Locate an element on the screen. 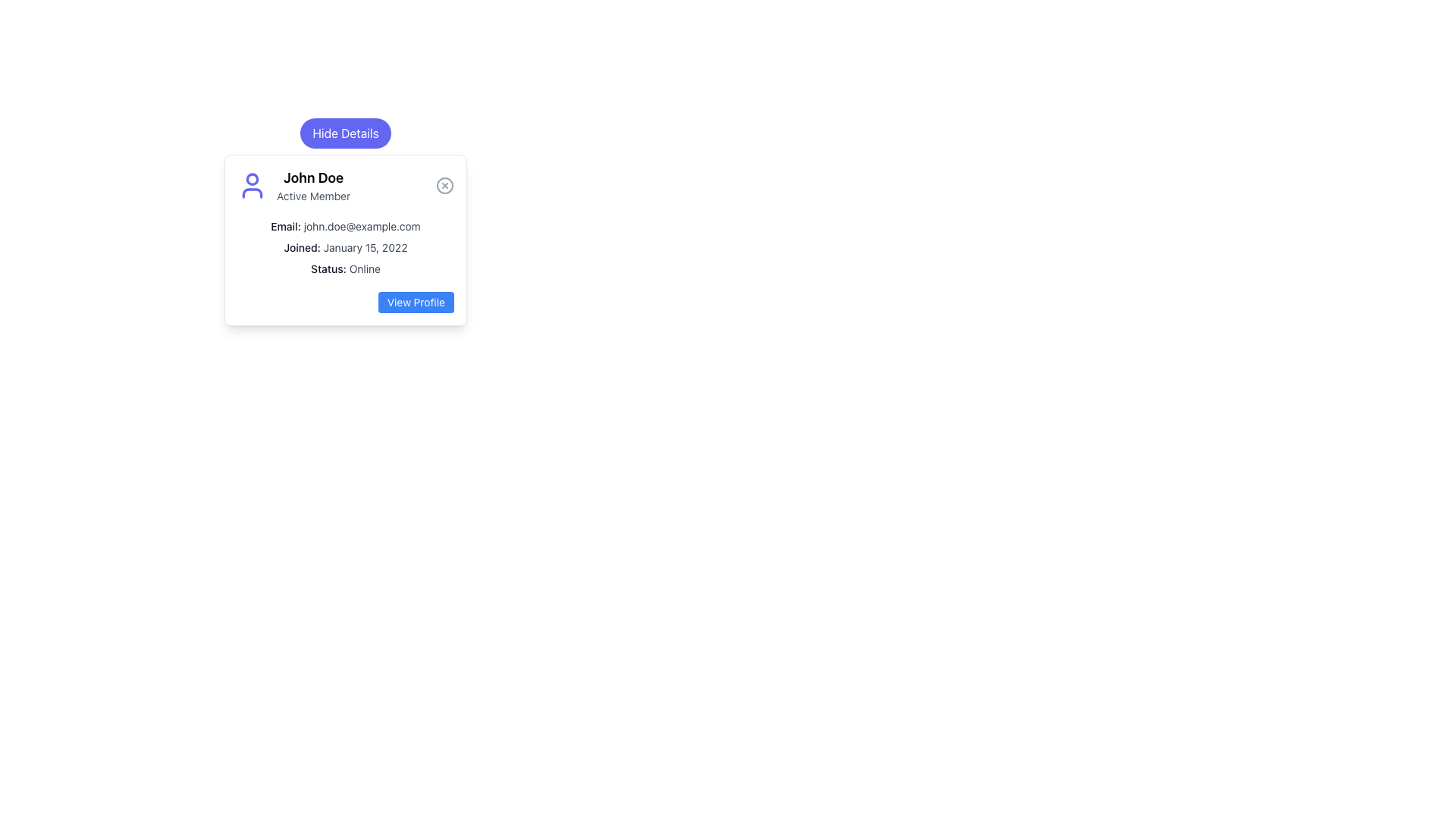 This screenshot has height=819, width=1456. text label element displaying 'John Doe', which is emphasized in bold and larger font, located at the top-left of a user information card is located at coordinates (312, 177).